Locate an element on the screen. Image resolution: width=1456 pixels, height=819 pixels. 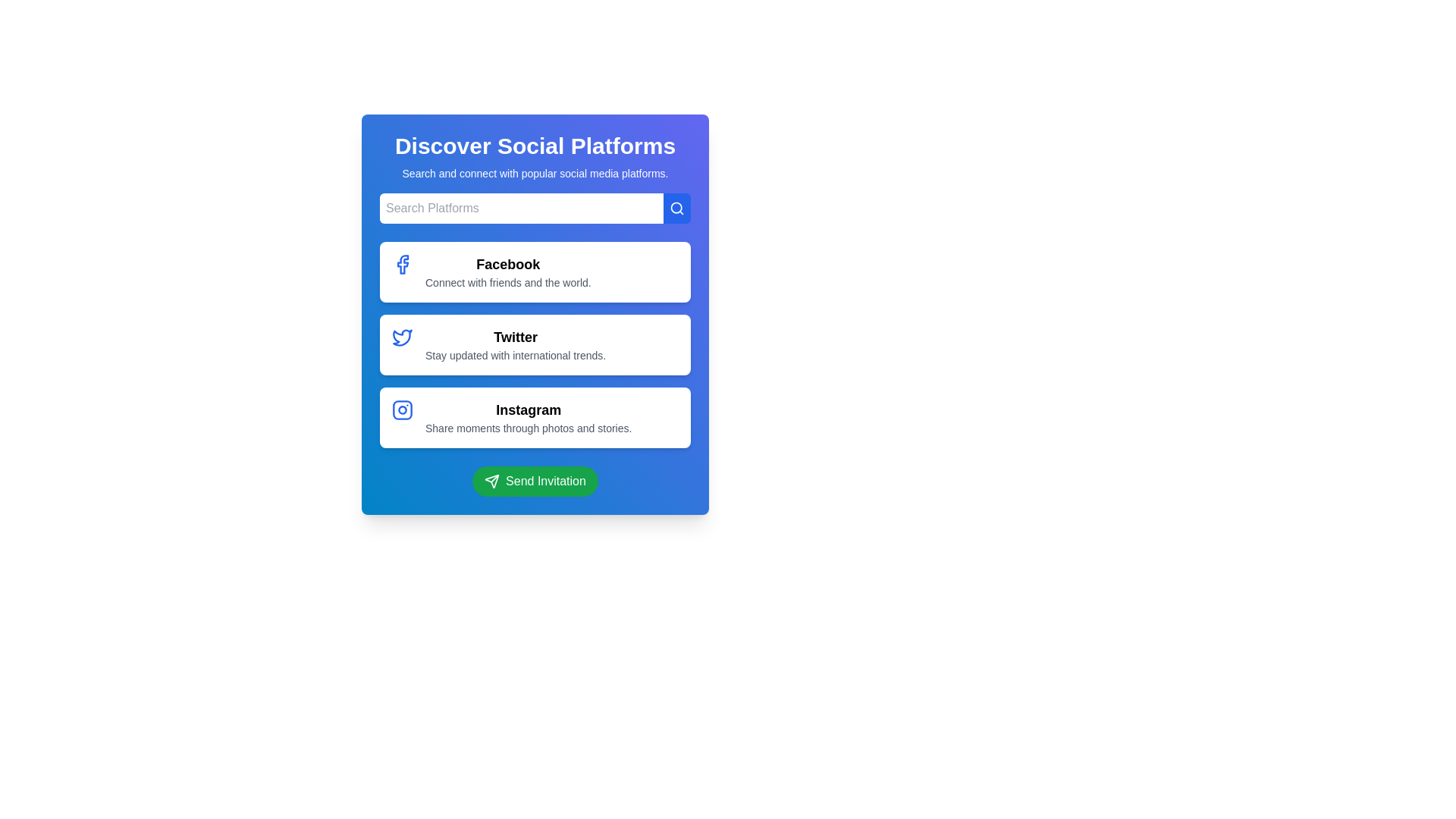
the Instagram icon located as the third button in a vertical list of social media buttons below the search bar is located at coordinates (403, 409).